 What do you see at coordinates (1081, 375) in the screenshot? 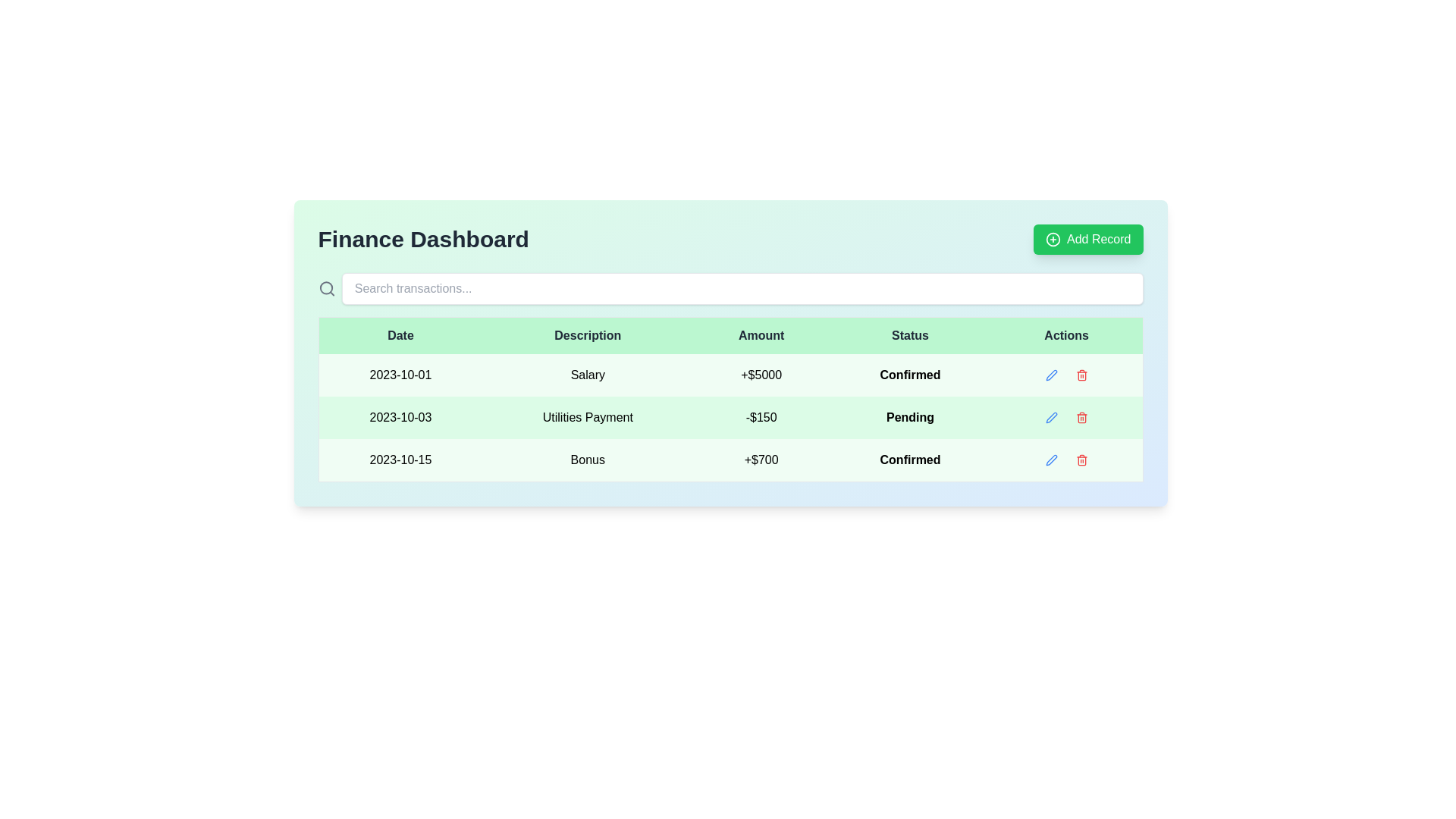
I see `the red trash can button in the 'Actions' column of the row for '2023-10-01'` at bounding box center [1081, 375].